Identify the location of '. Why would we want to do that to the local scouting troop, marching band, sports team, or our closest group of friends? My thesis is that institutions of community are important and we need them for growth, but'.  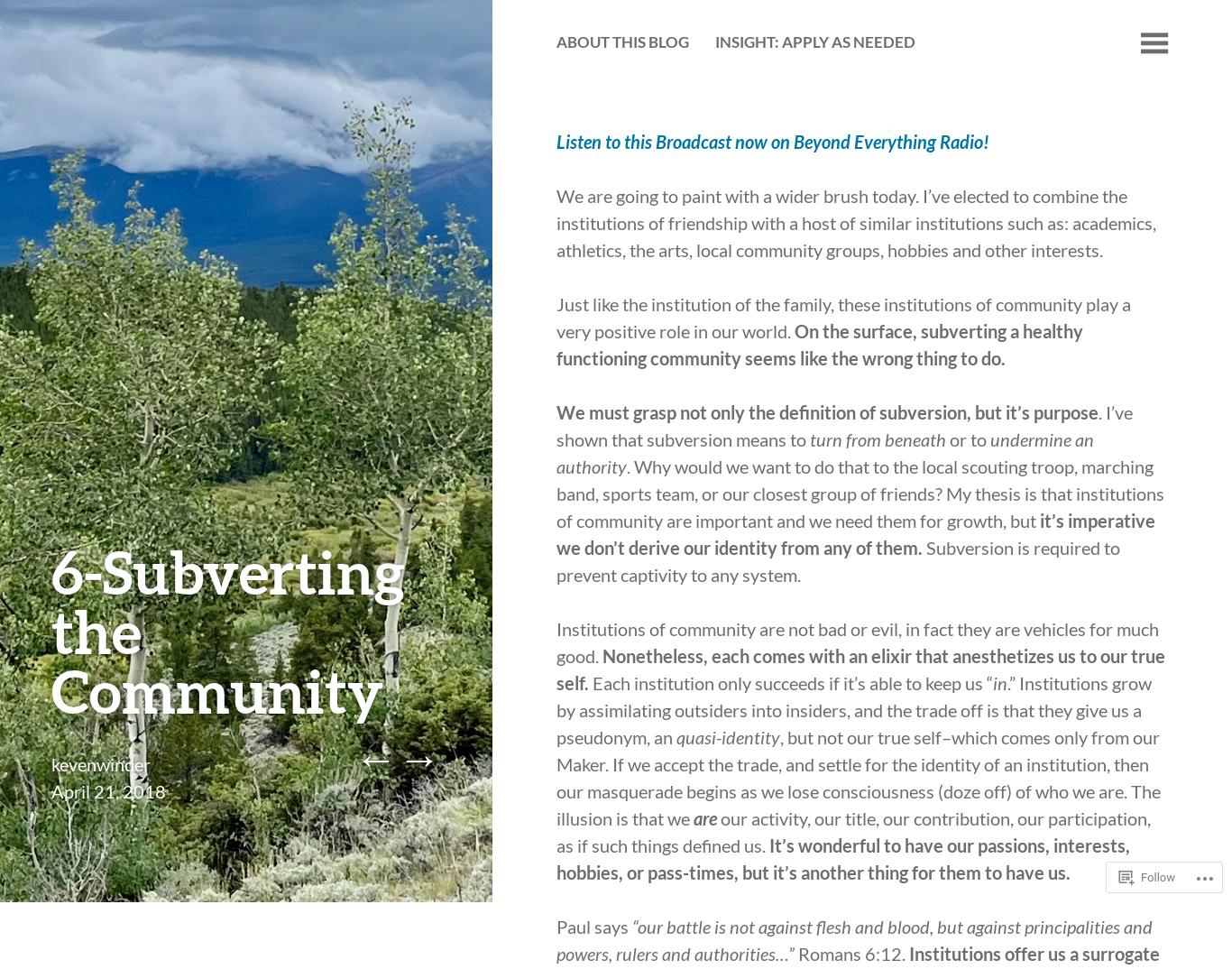
(860, 492).